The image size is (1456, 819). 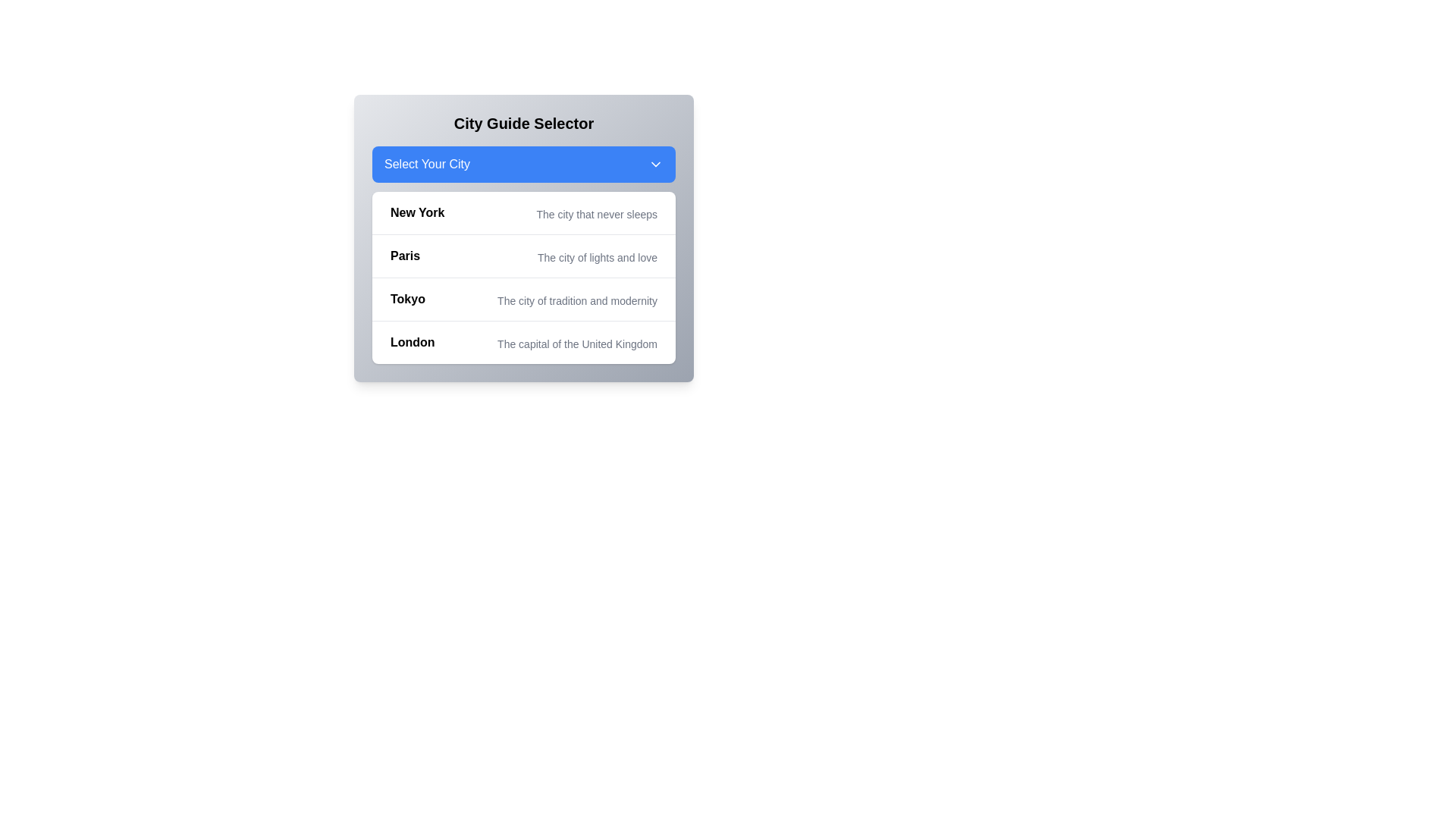 What do you see at coordinates (596, 256) in the screenshot?
I see `the static text label displaying 'The city of lights and love,' which is positioned directly beneath the primary label 'Paris' in the dropdown interface` at bounding box center [596, 256].